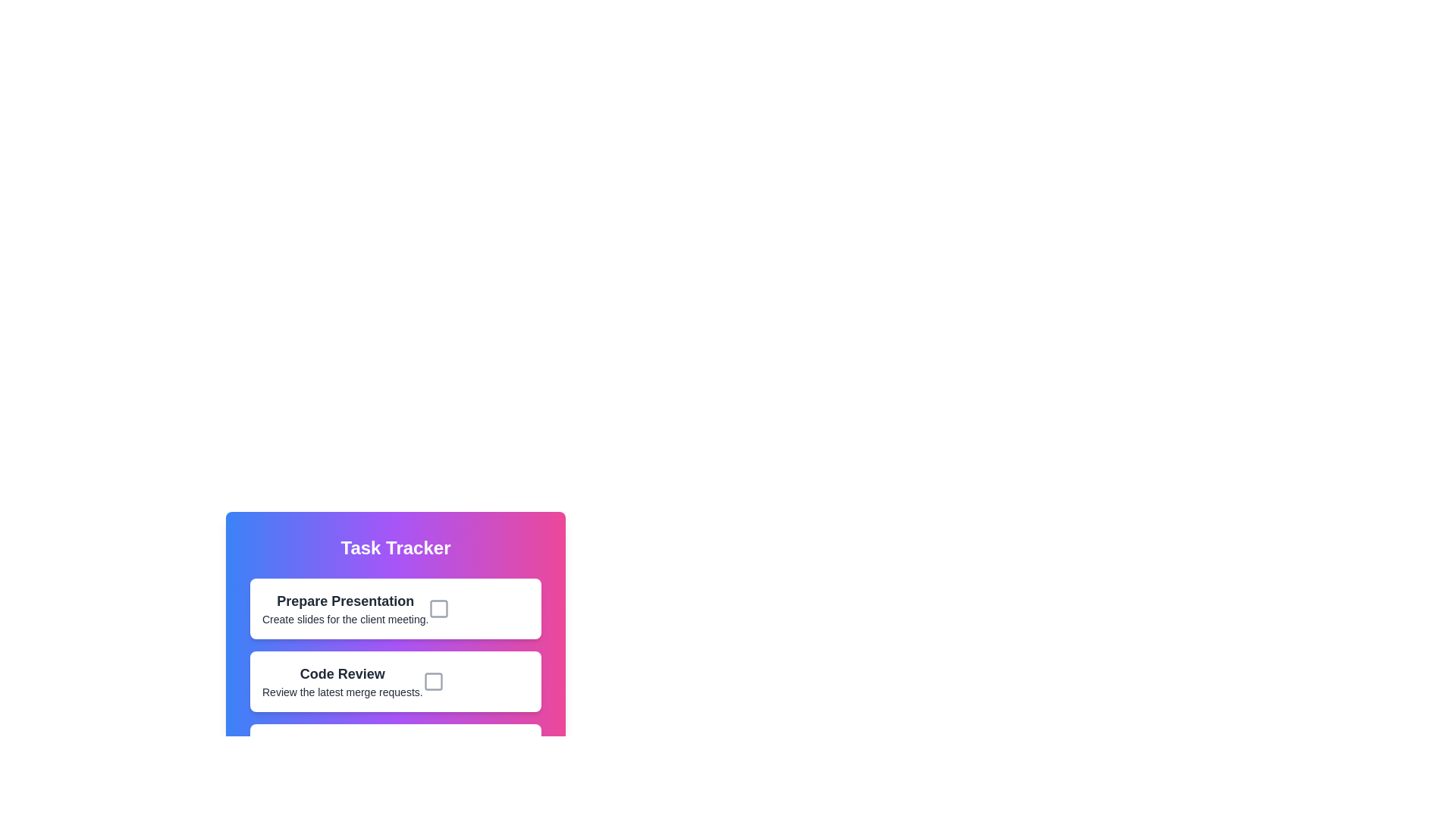  What do you see at coordinates (341, 673) in the screenshot?
I see `the 'Code Review' text label which serves as a title or heading for its section, positioned above the descriptive text in the lower section of the interface` at bounding box center [341, 673].